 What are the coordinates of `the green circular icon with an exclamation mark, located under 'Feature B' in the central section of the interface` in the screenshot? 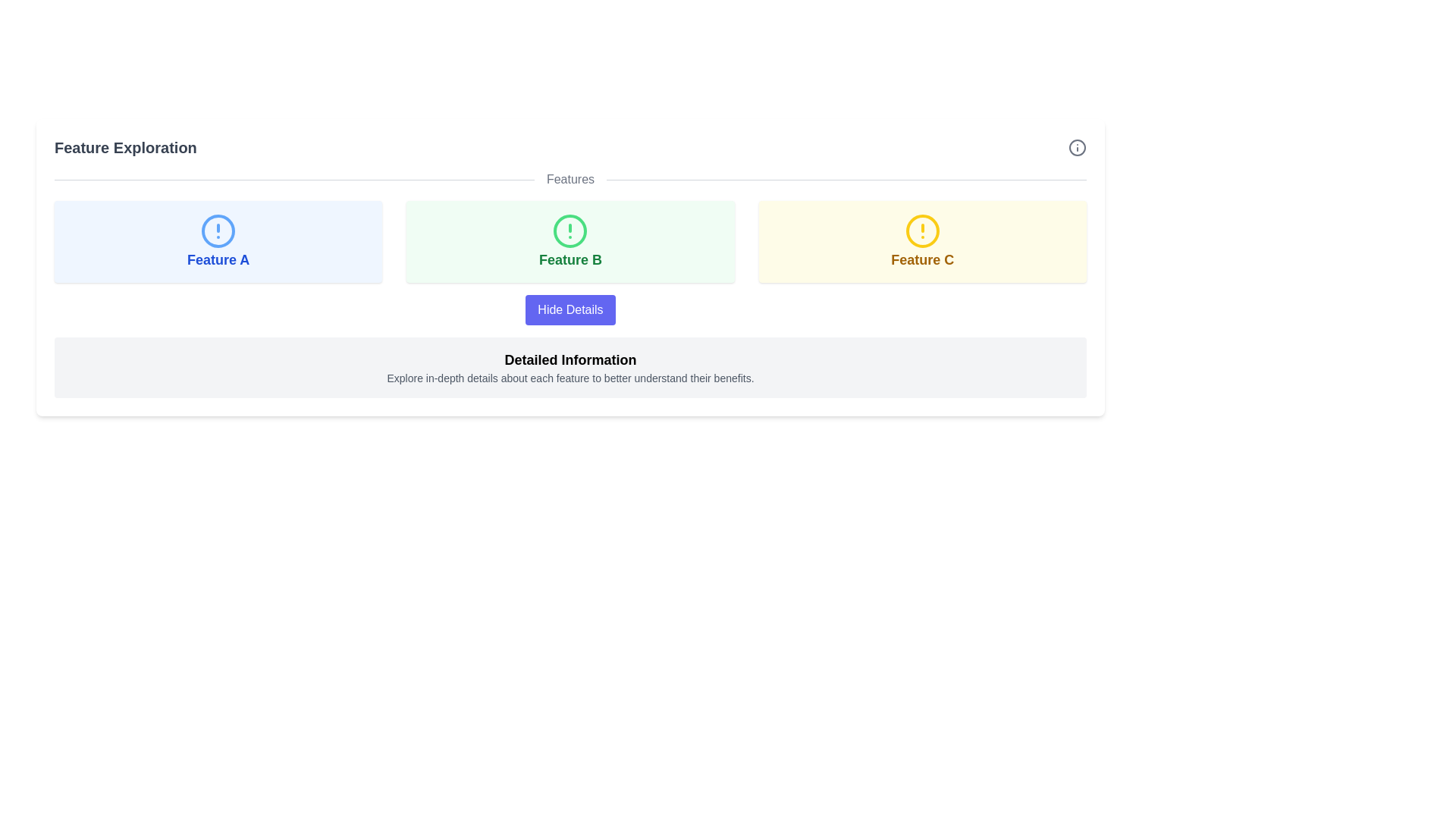 It's located at (570, 231).